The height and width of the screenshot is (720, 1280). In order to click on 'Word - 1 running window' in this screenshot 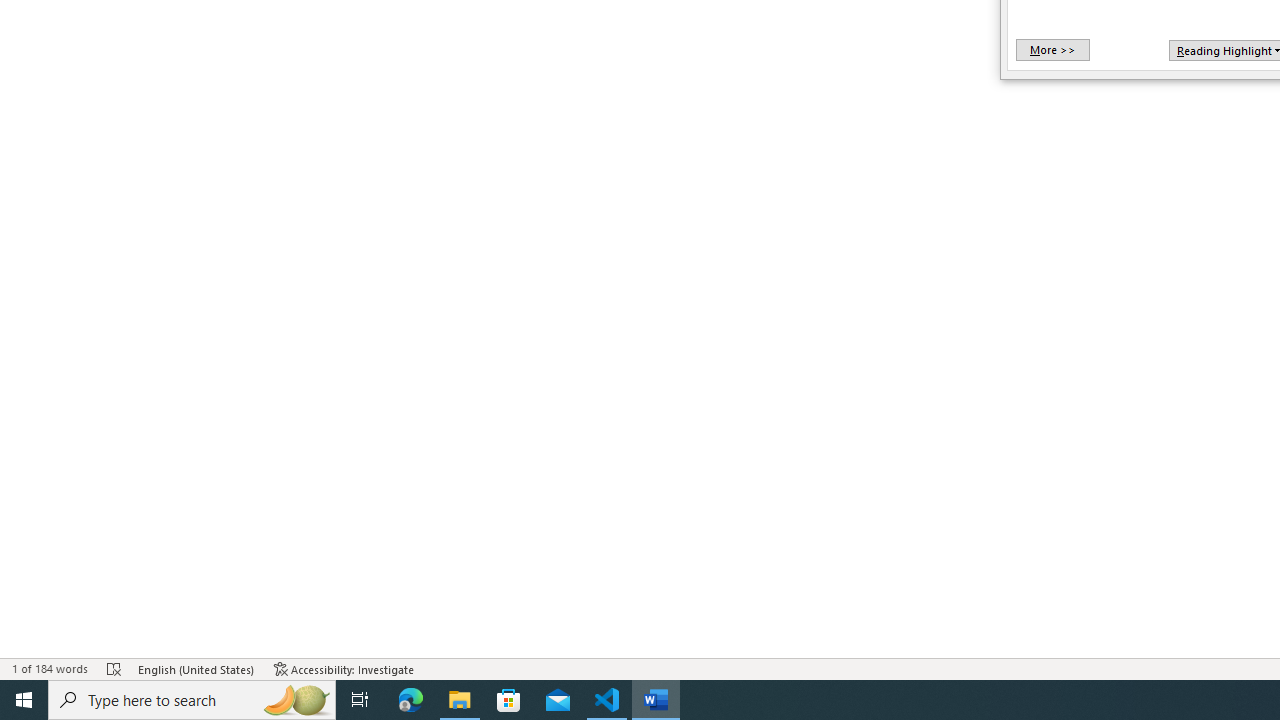, I will do `click(656, 698)`.